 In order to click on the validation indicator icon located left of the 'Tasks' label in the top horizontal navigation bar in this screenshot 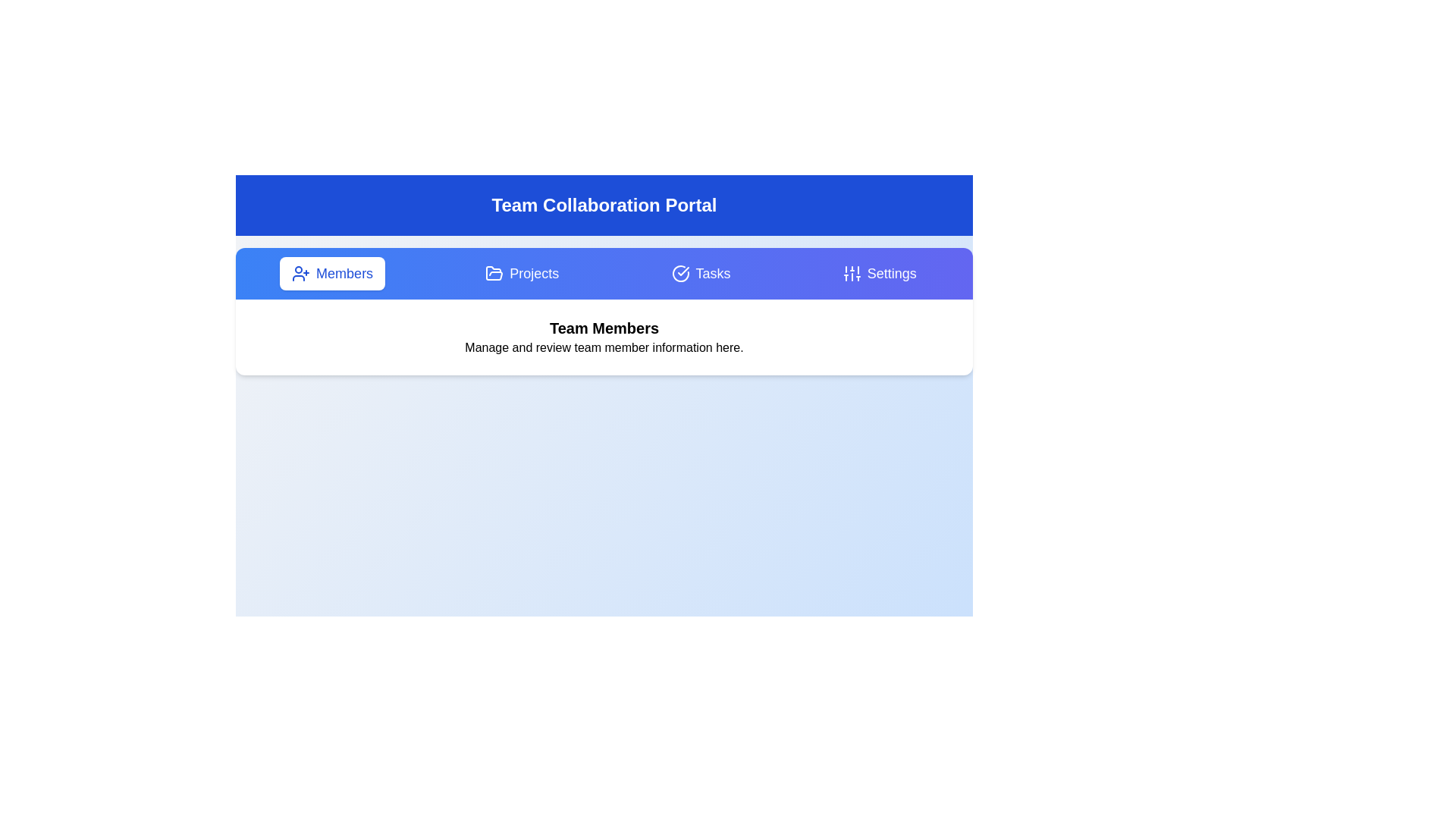, I will do `click(679, 274)`.